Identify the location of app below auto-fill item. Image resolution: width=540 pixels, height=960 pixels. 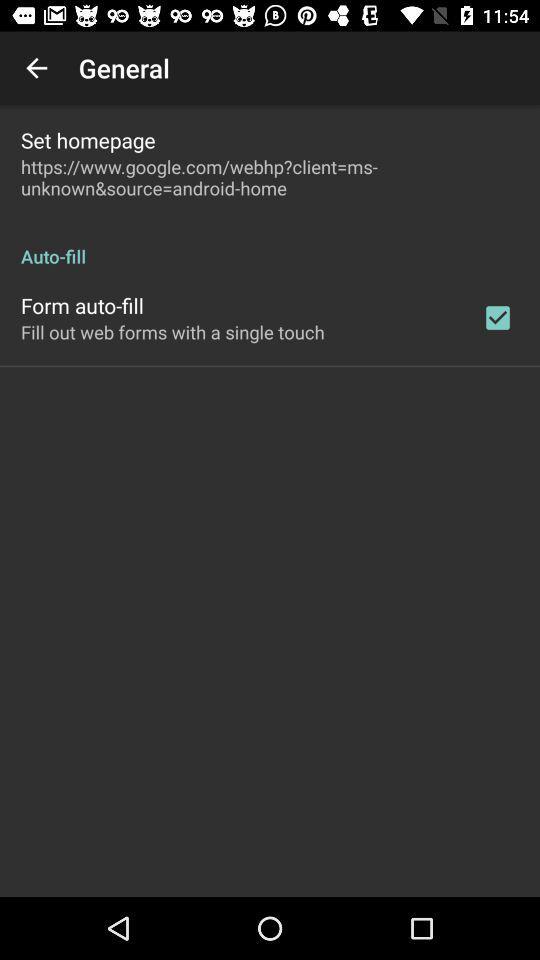
(496, 317).